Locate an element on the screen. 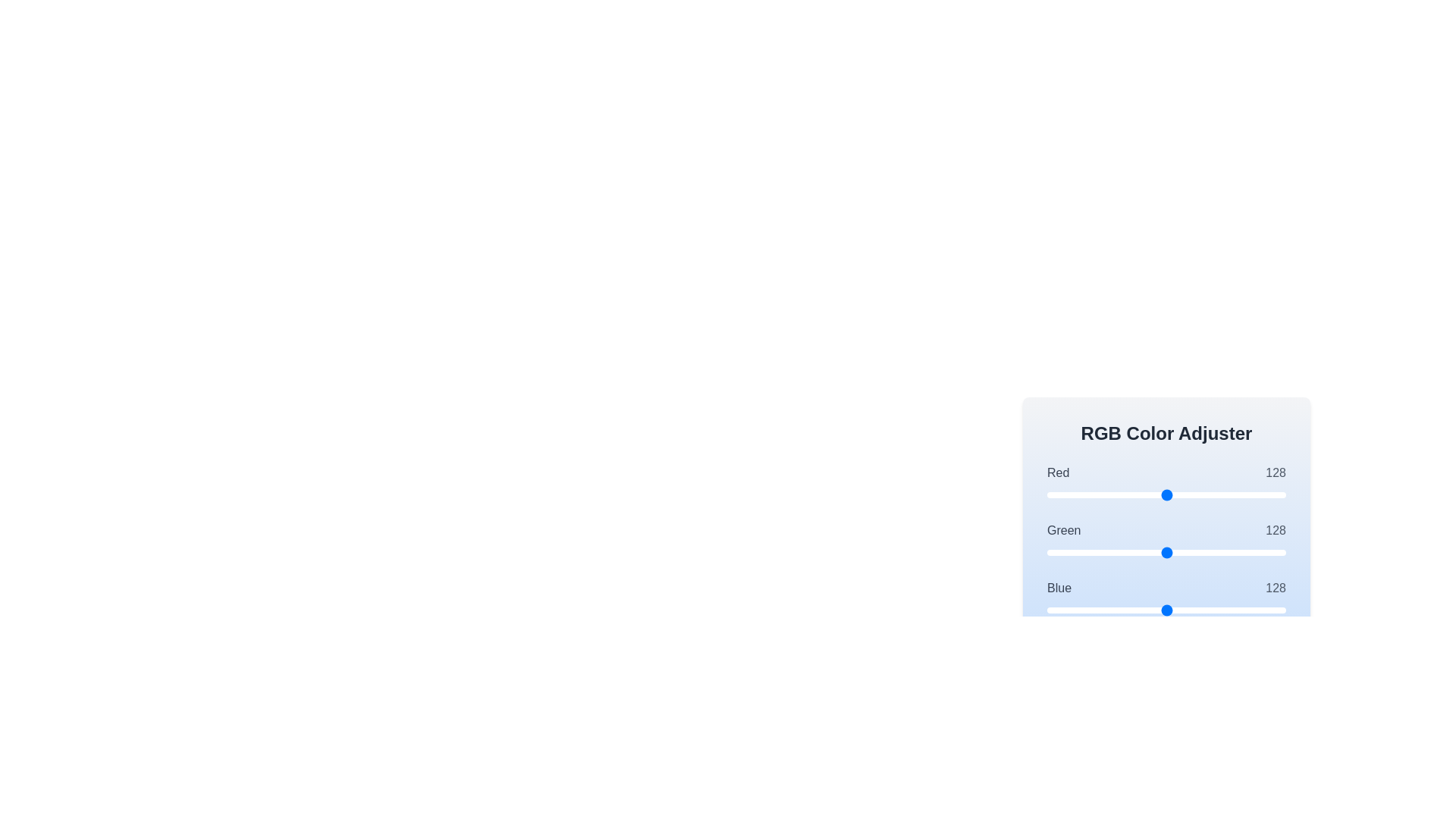 The height and width of the screenshot is (819, 1456). the red slider to 22 by dragging or clicking on the slider is located at coordinates (1067, 494).